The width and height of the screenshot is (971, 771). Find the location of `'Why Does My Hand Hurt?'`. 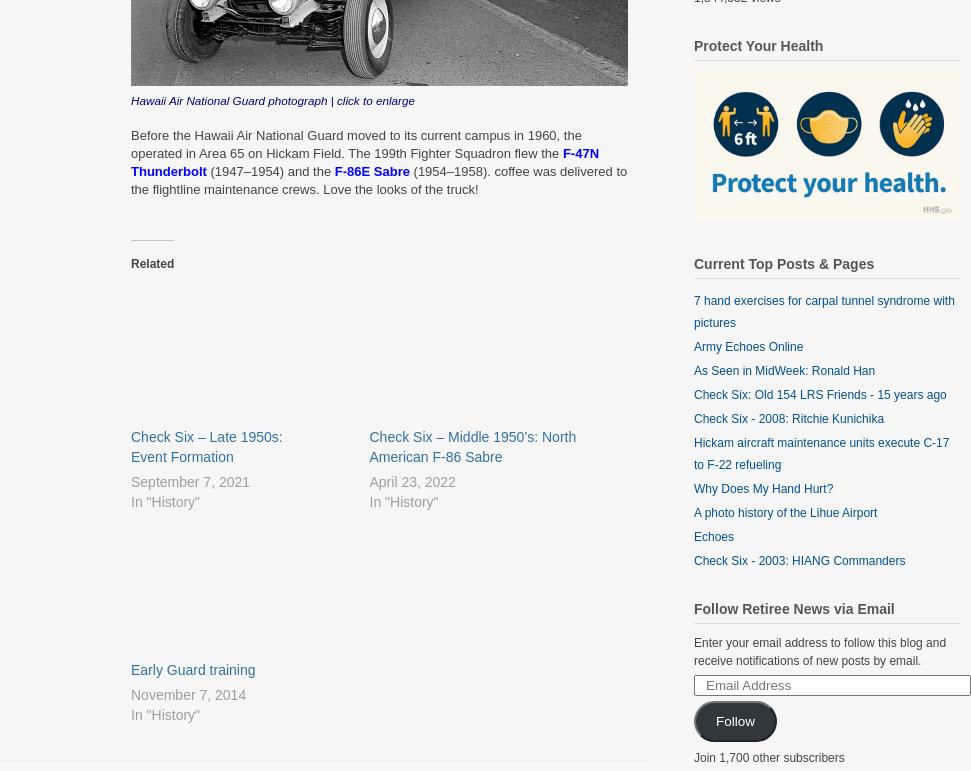

'Why Does My Hand Hurt?' is located at coordinates (763, 487).